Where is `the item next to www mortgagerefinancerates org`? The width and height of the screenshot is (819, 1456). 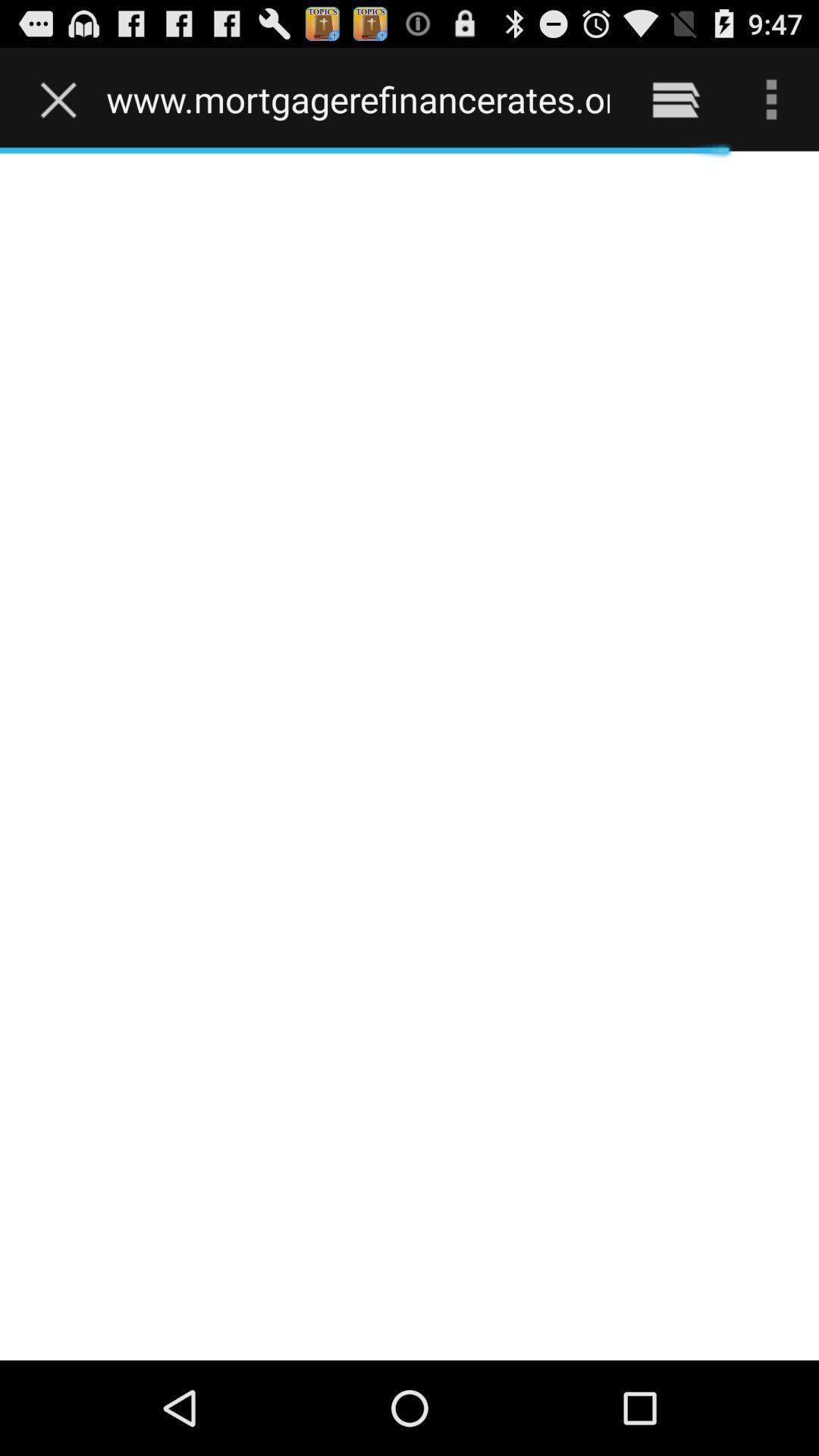 the item next to www mortgagerefinancerates org is located at coordinates (675, 99).